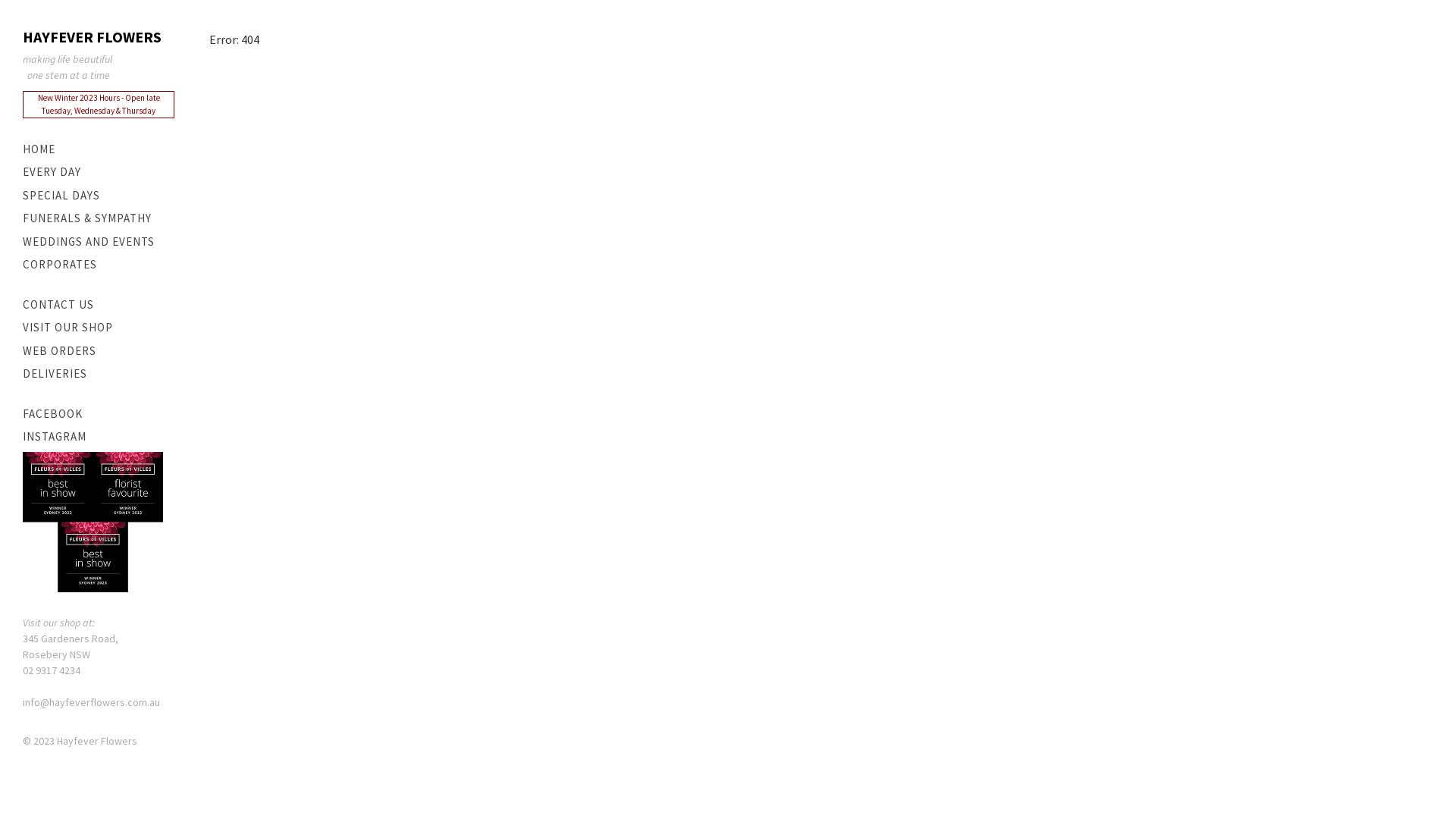 The height and width of the screenshot is (819, 1456). Describe the element at coordinates (97, 218) in the screenshot. I see `'FUNERALS & SYMPATHY'` at that location.